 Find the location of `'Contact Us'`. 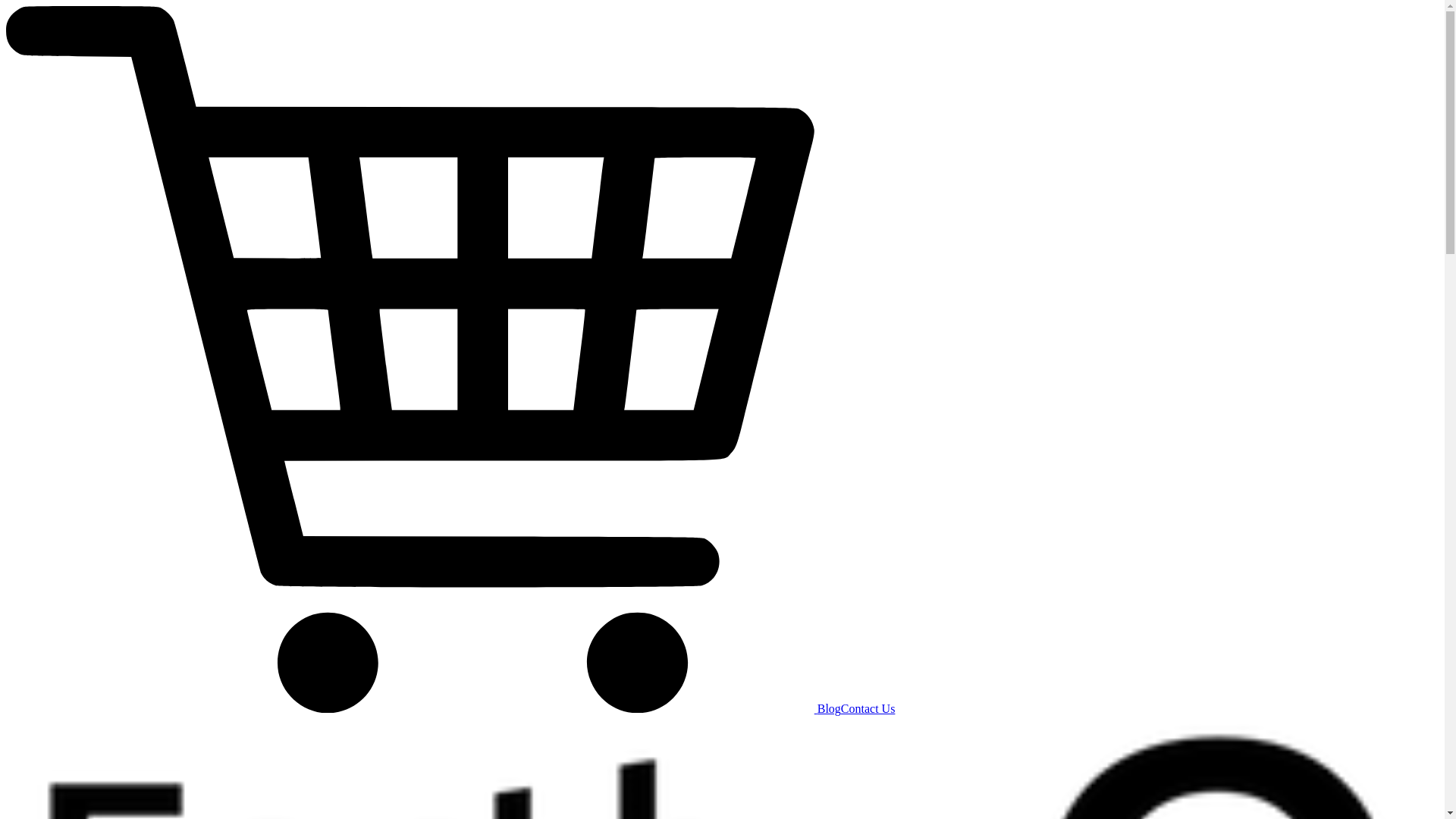

'Contact Us' is located at coordinates (868, 708).